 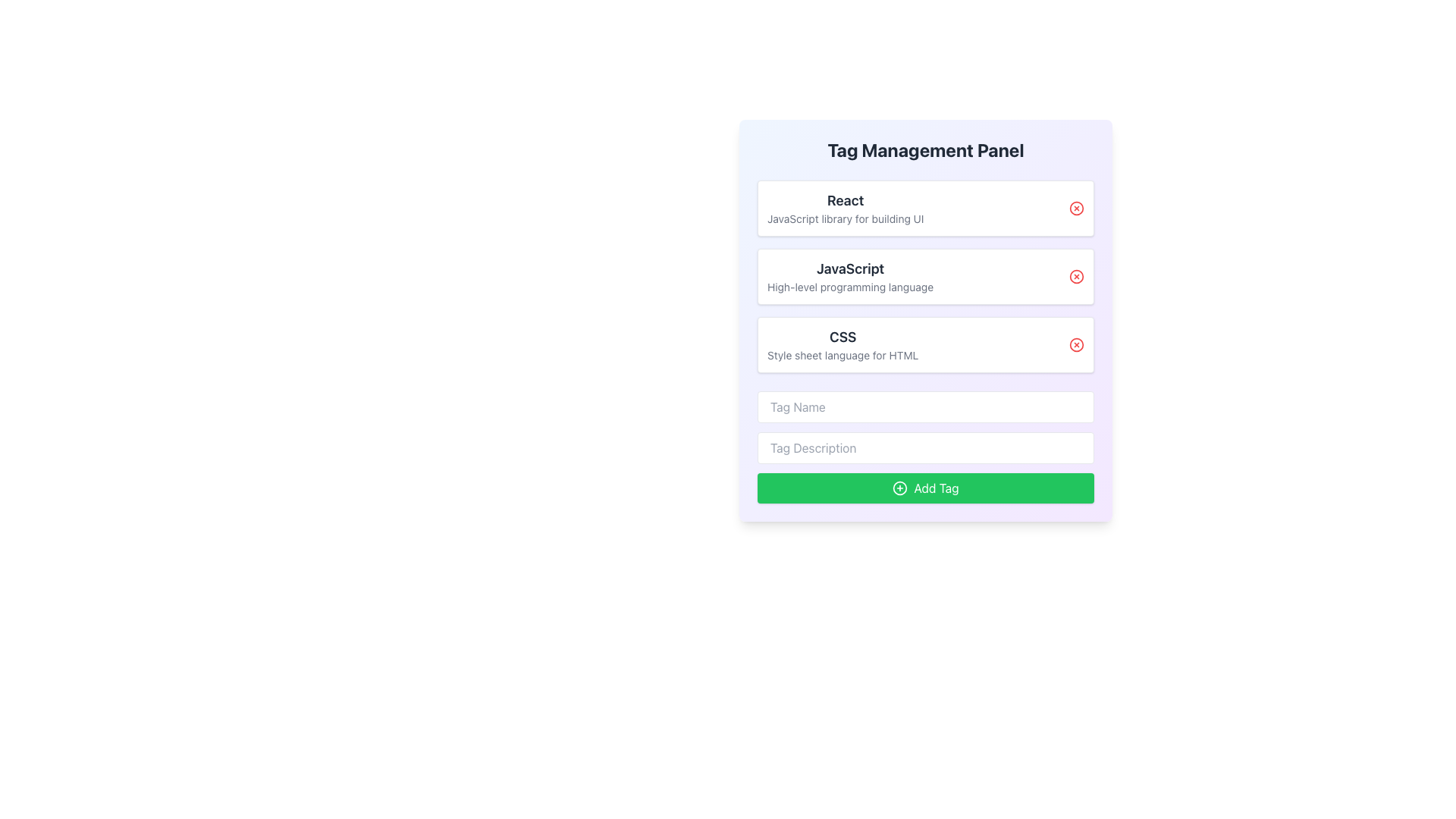 I want to click on text from the Text Header located at the top-center of the panel, which serves as a title or heading for the interface below, so click(x=924, y=149).